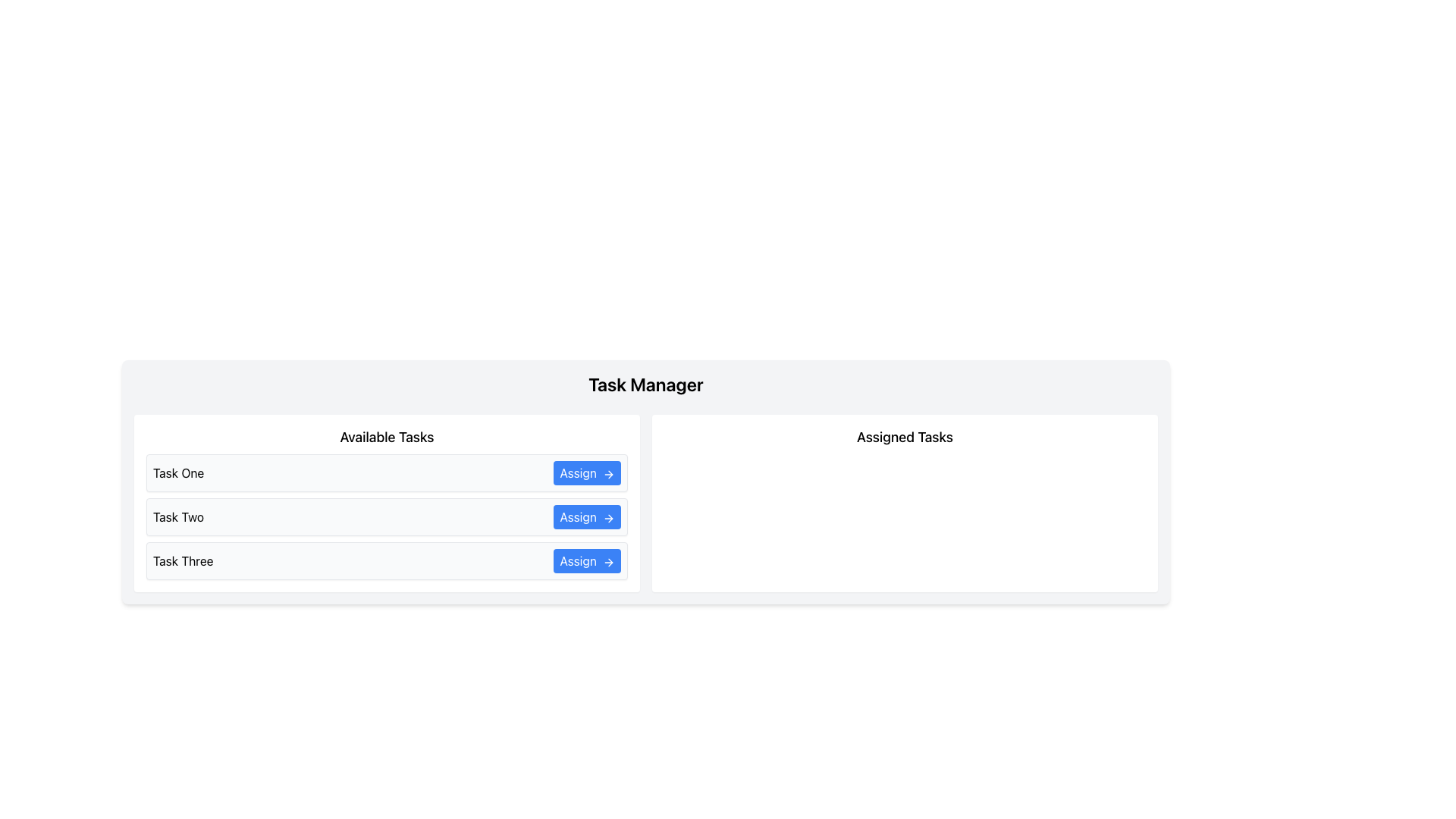  I want to click on the blue 'Assign' button with white text and a right arrow icon located in the 'Available Tasks' section under the 'Task Manager' header to assign the task, so click(586, 472).